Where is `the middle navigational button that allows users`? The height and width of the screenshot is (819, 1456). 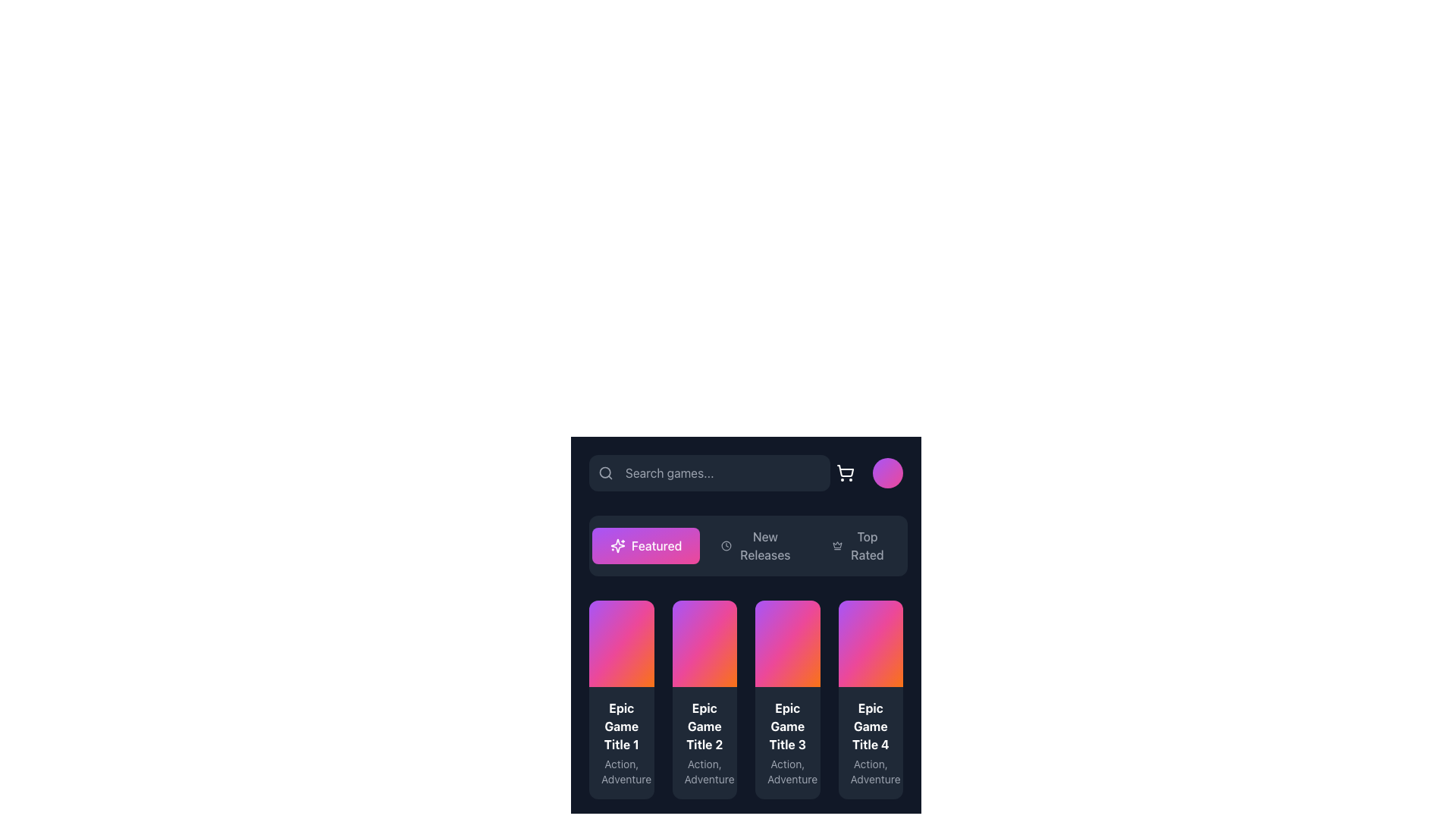 the middle navigational button that allows users is located at coordinates (757, 546).